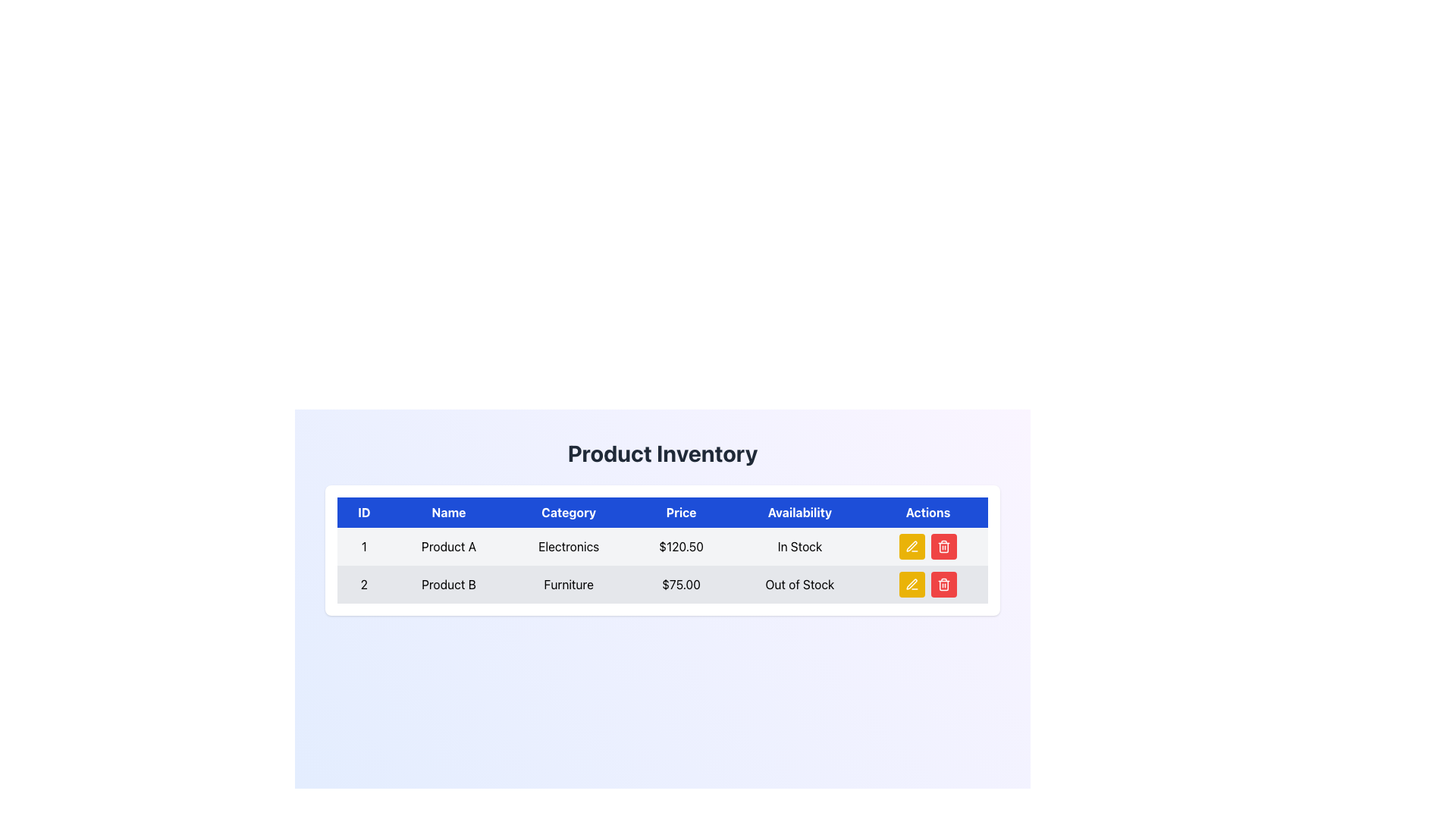 The image size is (1456, 819). What do you see at coordinates (568, 547) in the screenshot?
I see `the category label 'Product A' in the inventory table, which is located in the third column of the first row, following the elements '1' and 'Product A'` at bounding box center [568, 547].